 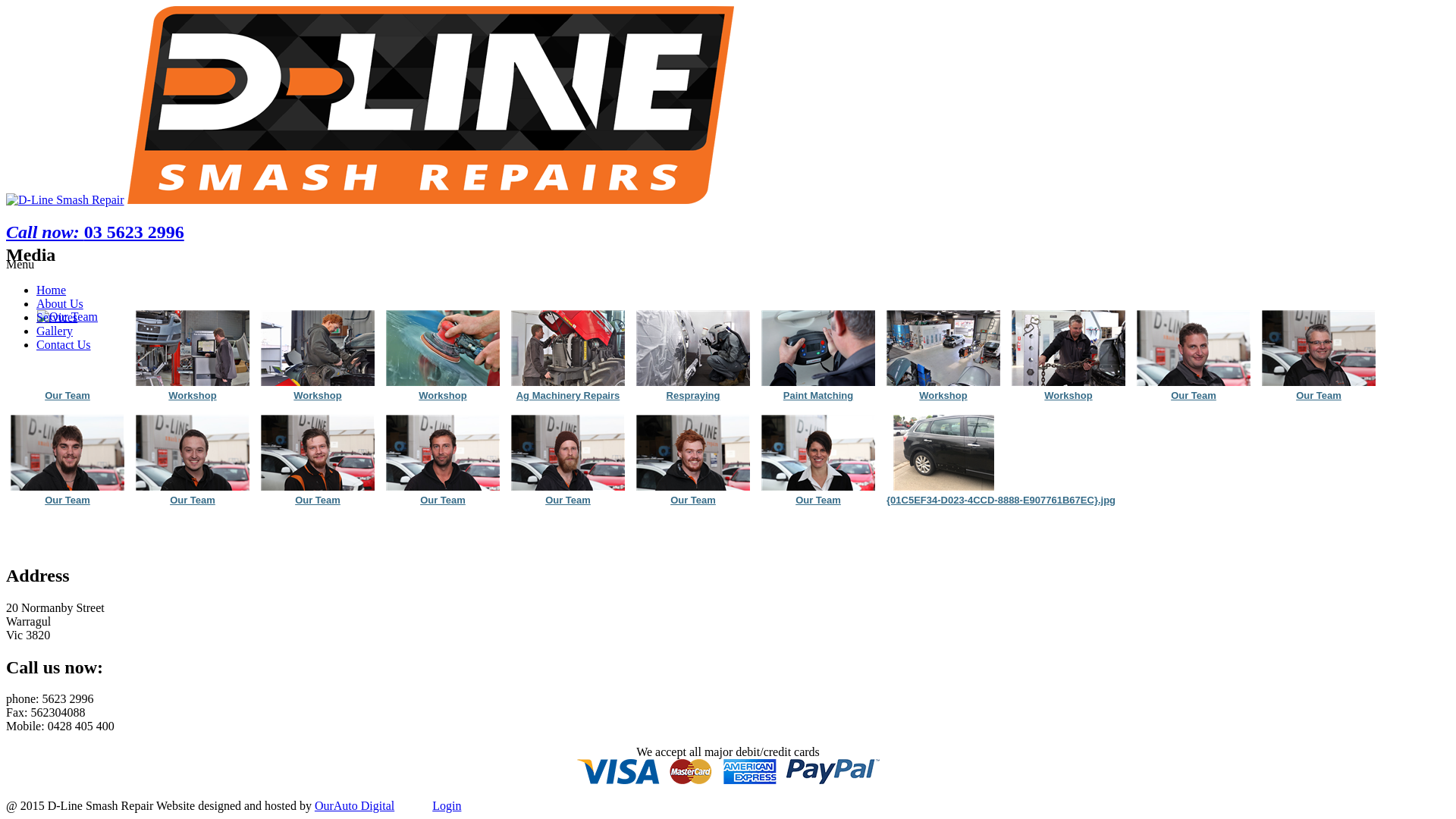 What do you see at coordinates (446, 805) in the screenshot?
I see `'Login'` at bounding box center [446, 805].